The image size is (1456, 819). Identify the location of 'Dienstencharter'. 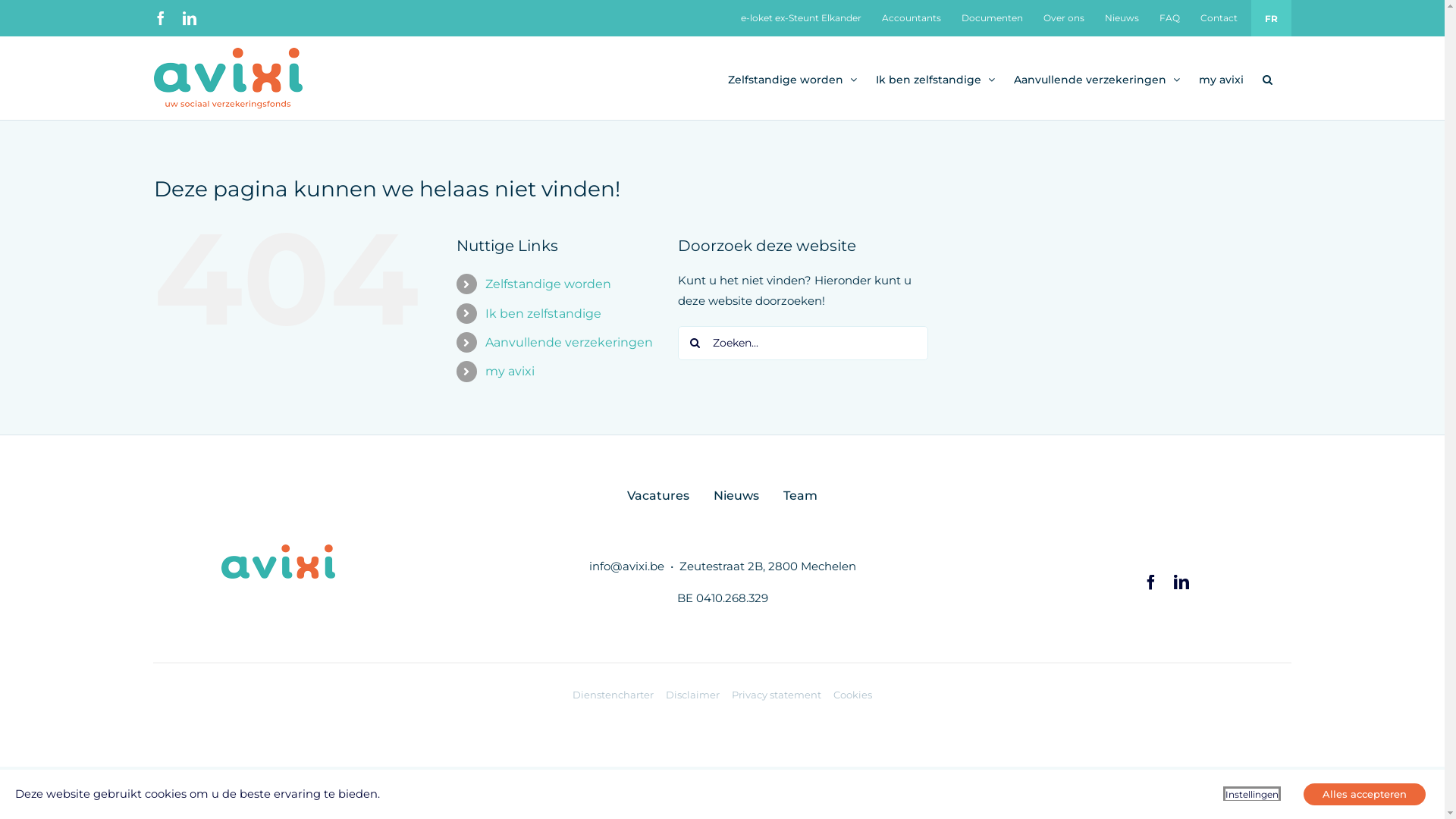
(571, 695).